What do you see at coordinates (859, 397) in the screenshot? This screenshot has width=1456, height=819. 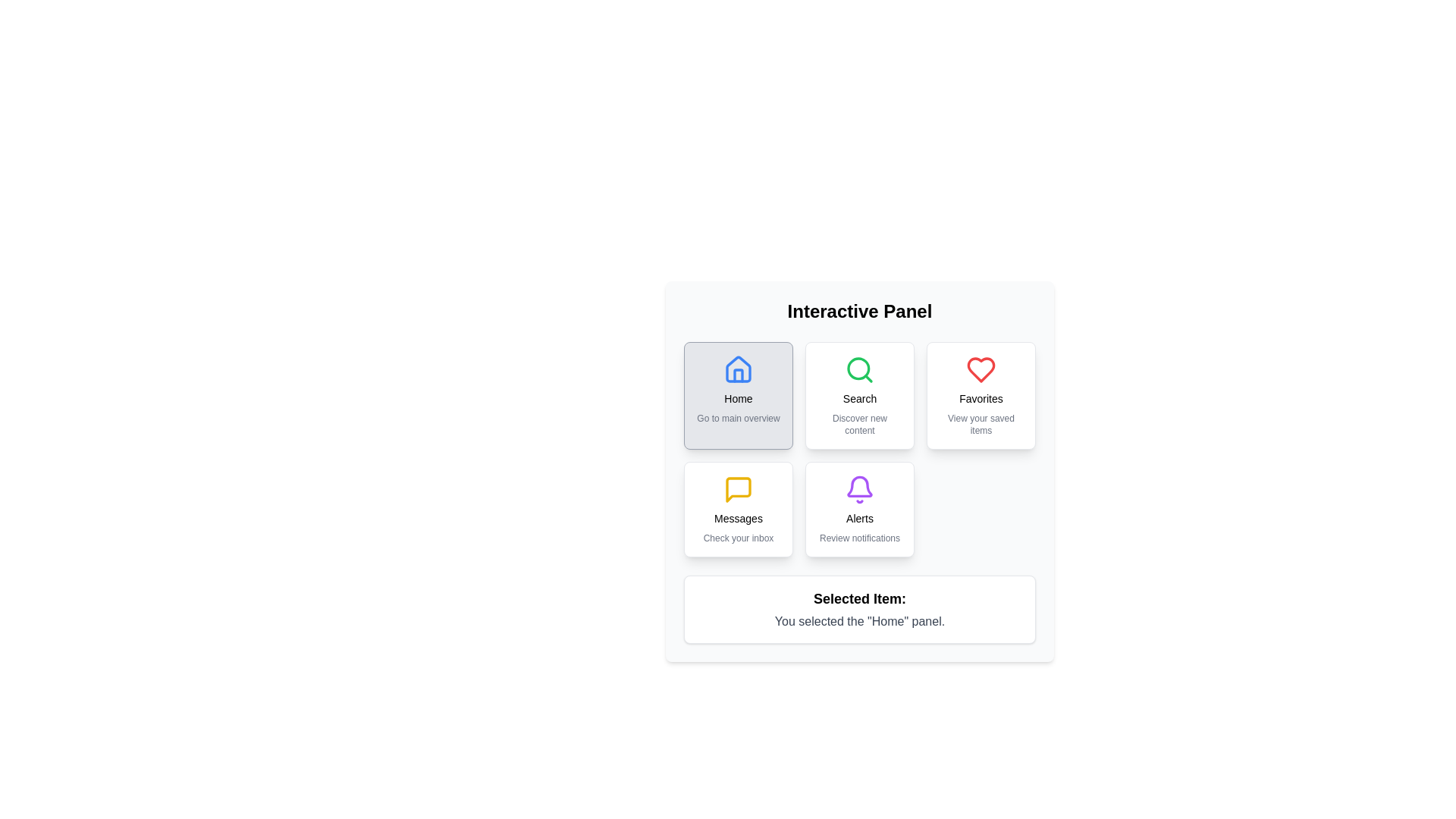 I see `the 'Search' text label, which is styled with a smaller font and medium weight, located in the card labeled 'Discover new content'` at bounding box center [859, 397].